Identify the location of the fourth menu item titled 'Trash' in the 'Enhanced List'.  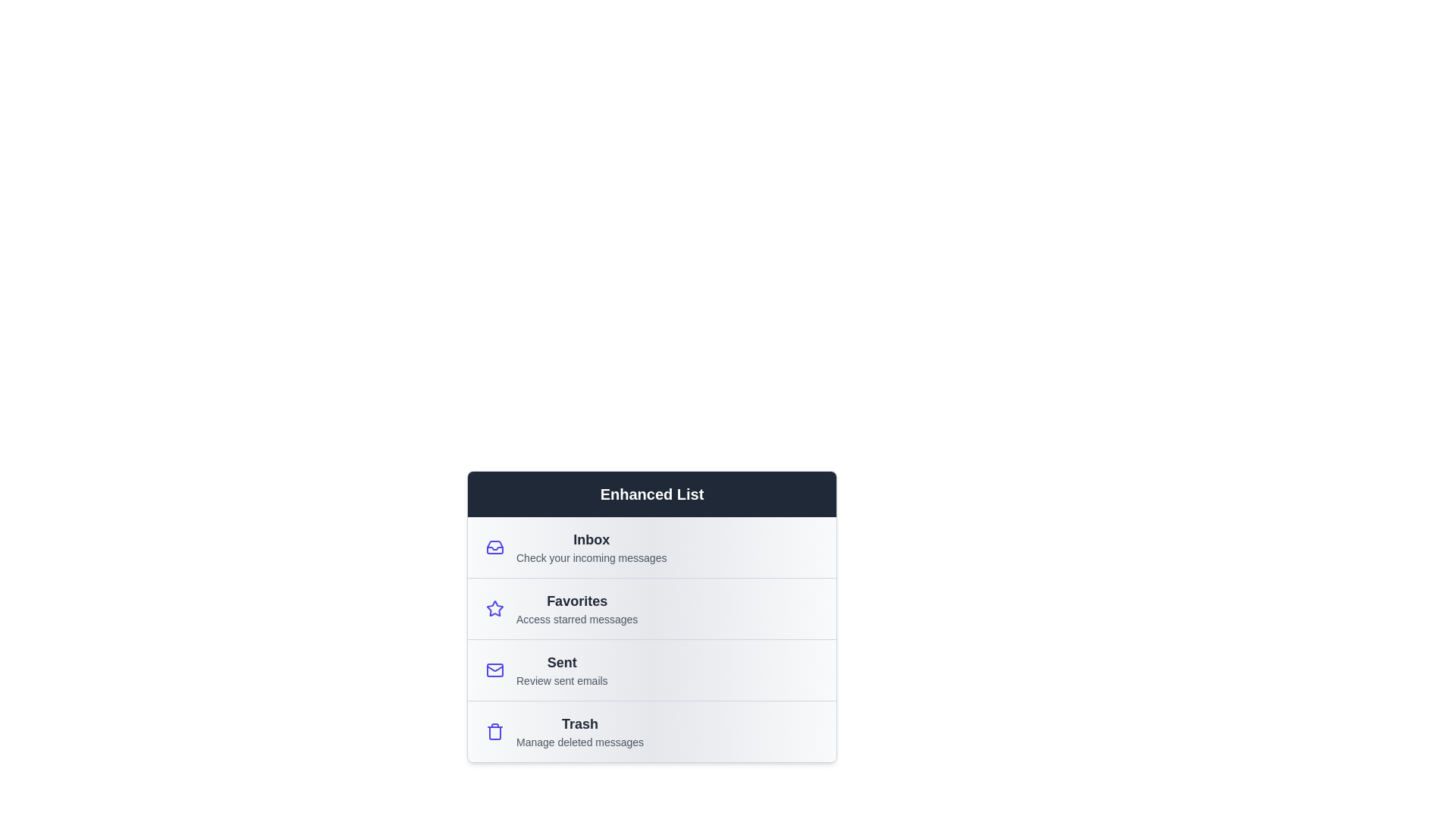
(651, 730).